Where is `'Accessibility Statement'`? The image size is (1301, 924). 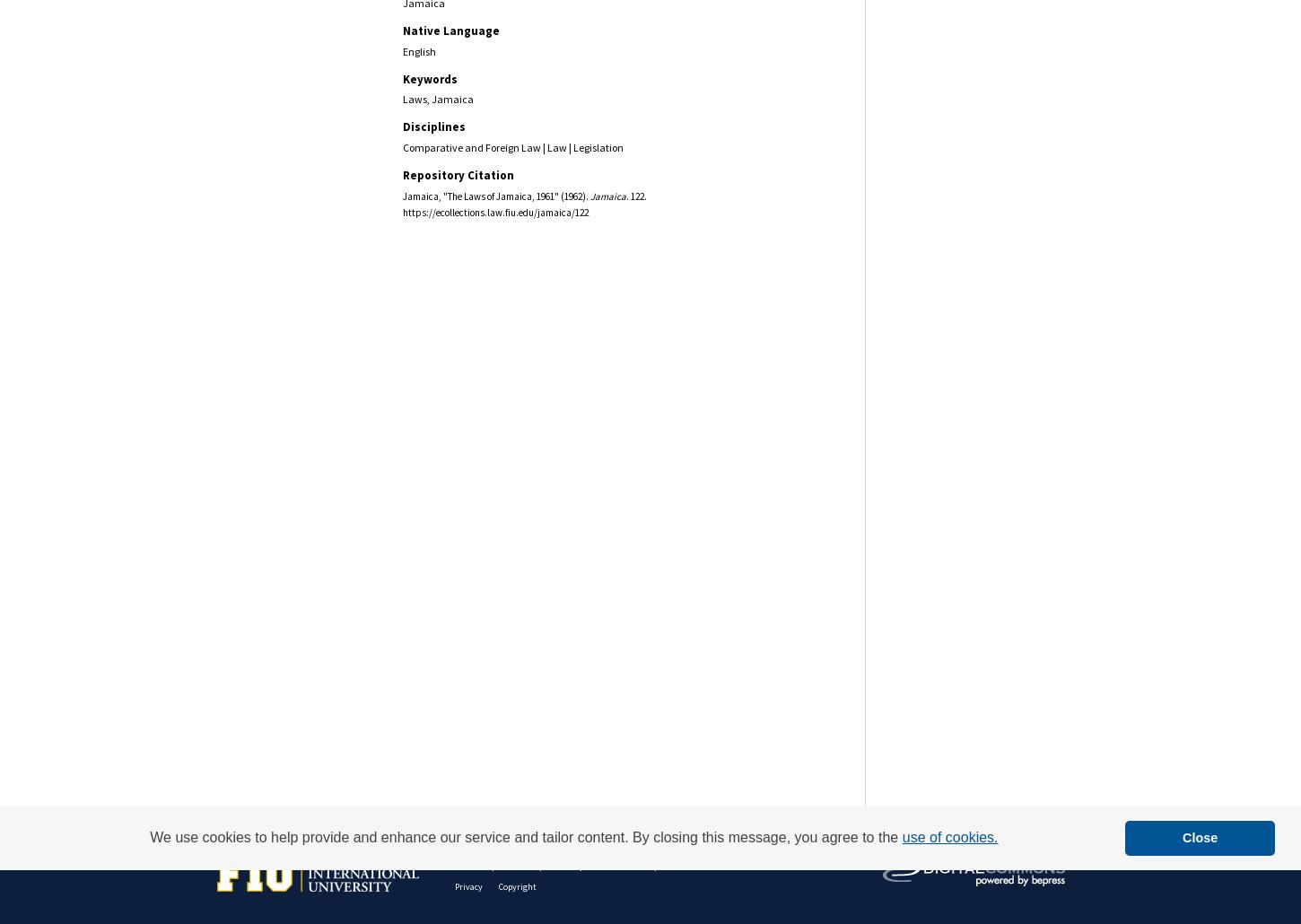
'Accessibility Statement' is located at coordinates (719, 863).